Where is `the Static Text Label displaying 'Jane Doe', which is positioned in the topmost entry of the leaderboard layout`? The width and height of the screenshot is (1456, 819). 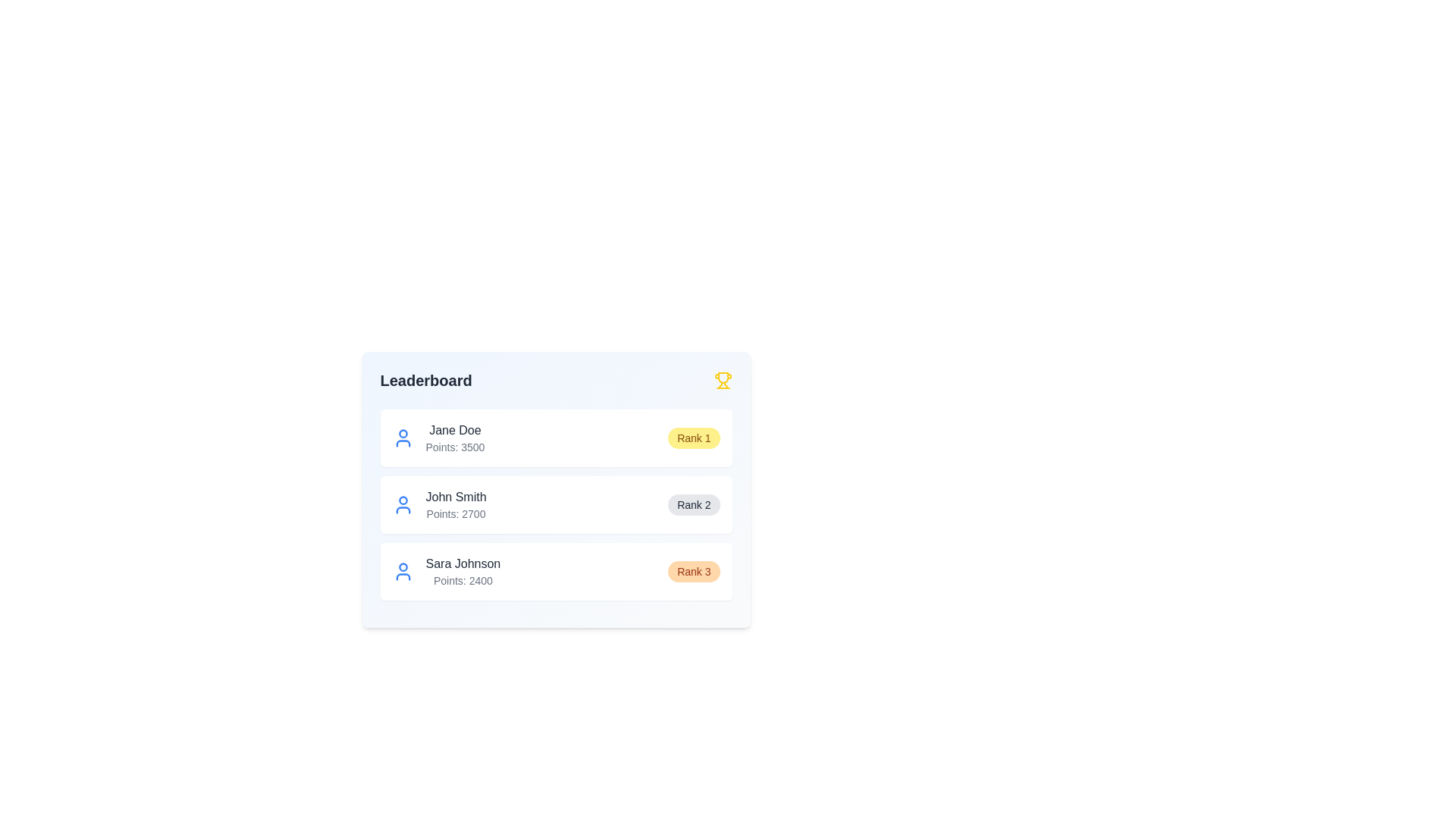 the Static Text Label displaying 'Jane Doe', which is positioned in the topmost entry of the leaderboard layout is located at coordinates (454, 430).